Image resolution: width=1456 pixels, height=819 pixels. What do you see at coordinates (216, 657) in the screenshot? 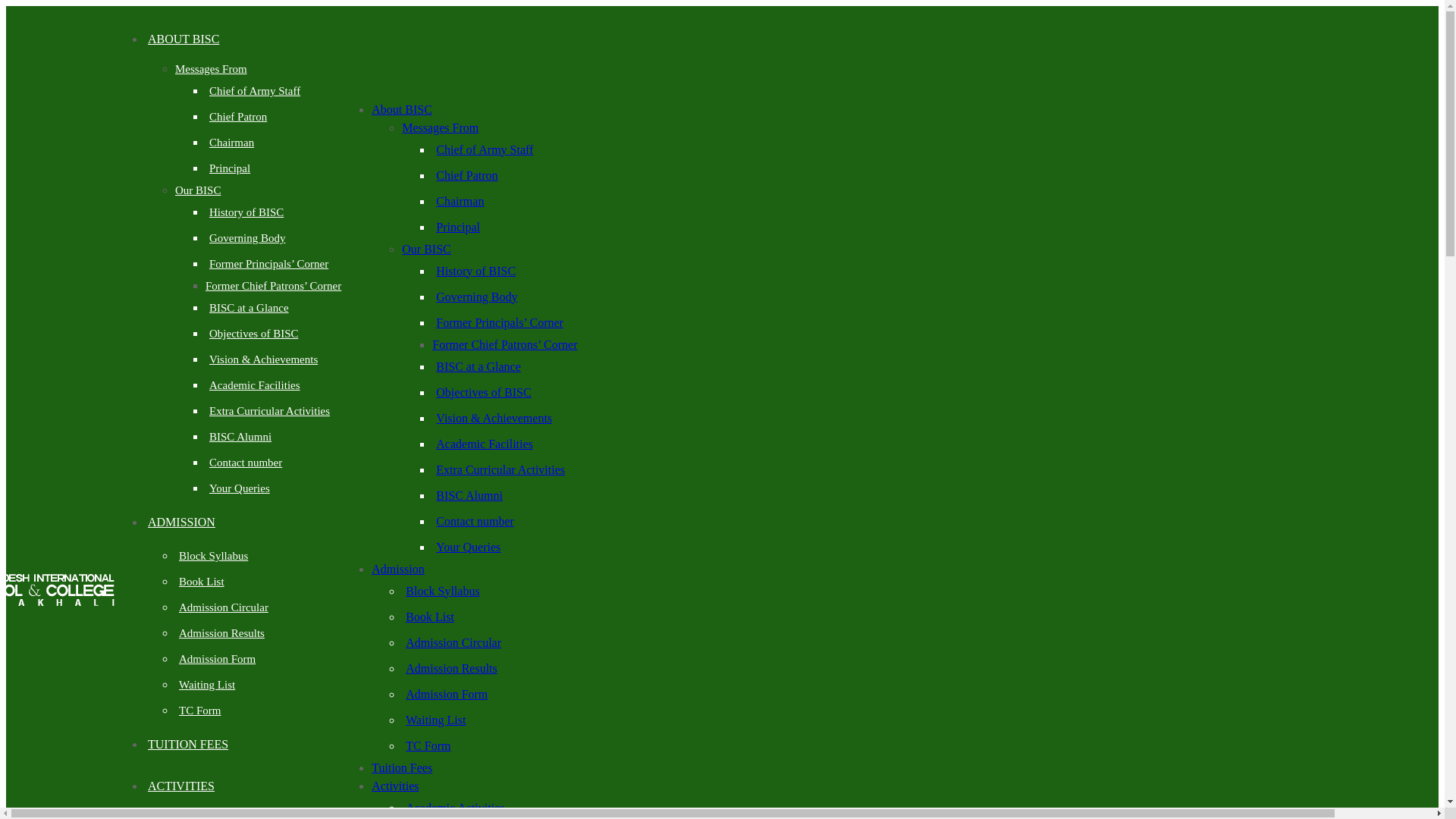
I see `'Admission Form'` at bounding box center [216, 657].